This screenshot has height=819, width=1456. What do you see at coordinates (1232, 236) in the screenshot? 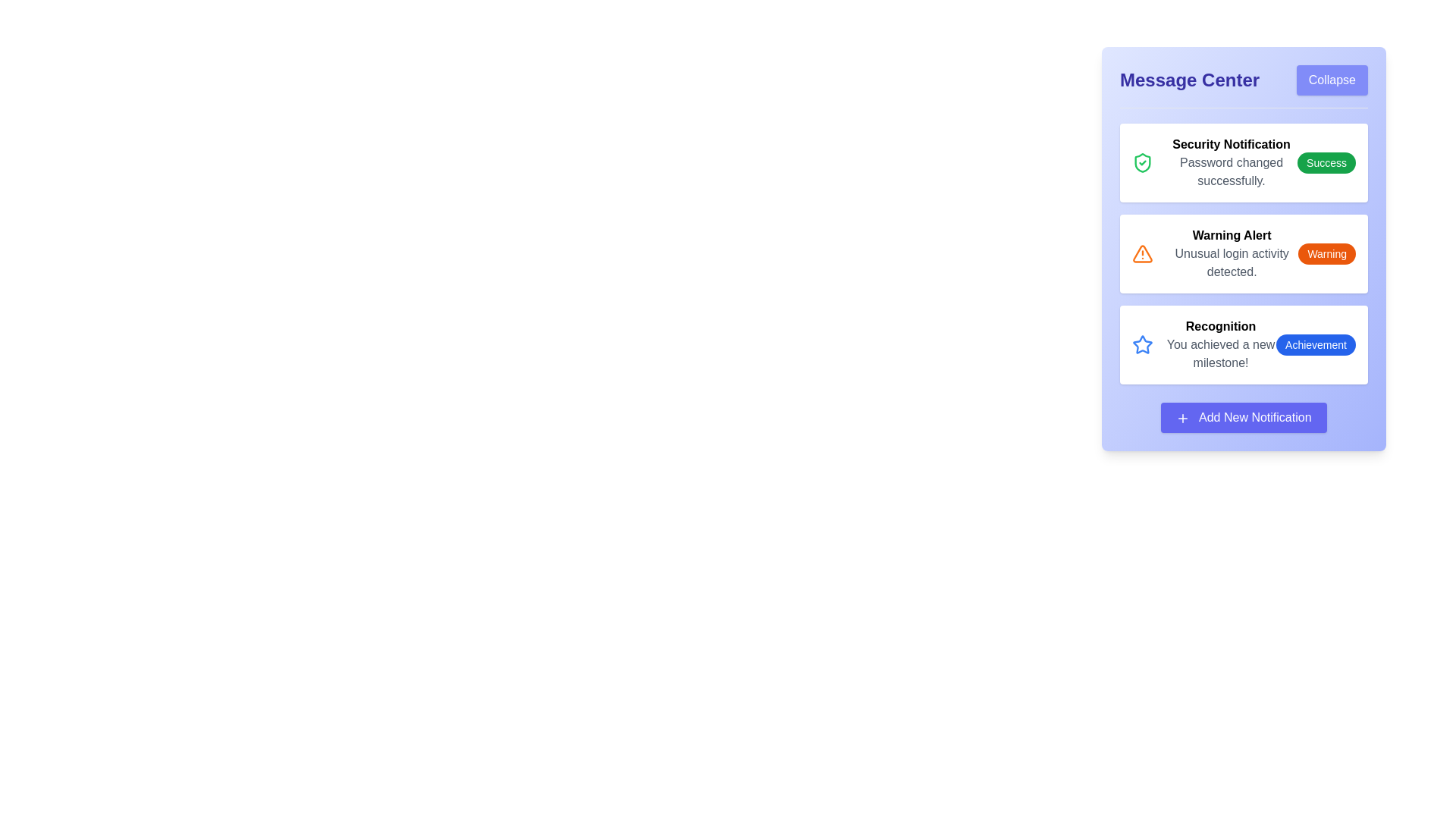
I see `the title text of the notification alert located in the 'Message Center' panel, specifically the first line of text in the second notification card from the top, which summarizes the associated message` at bounding box center [1232, 236].